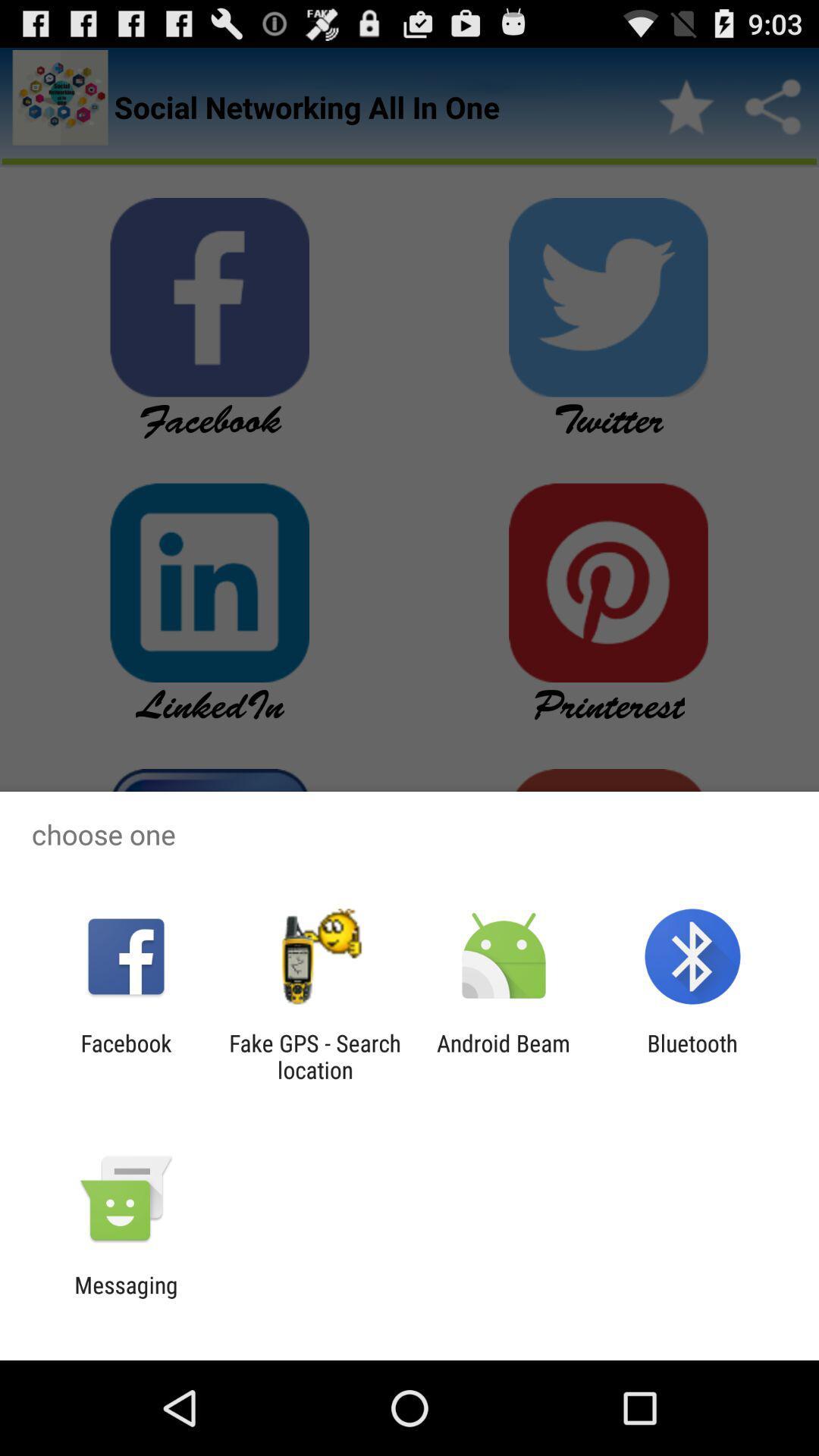 This screenshot has height=1456, width=819. I want to click on the app to the left of the fake gps search item, so click(125, 1056).